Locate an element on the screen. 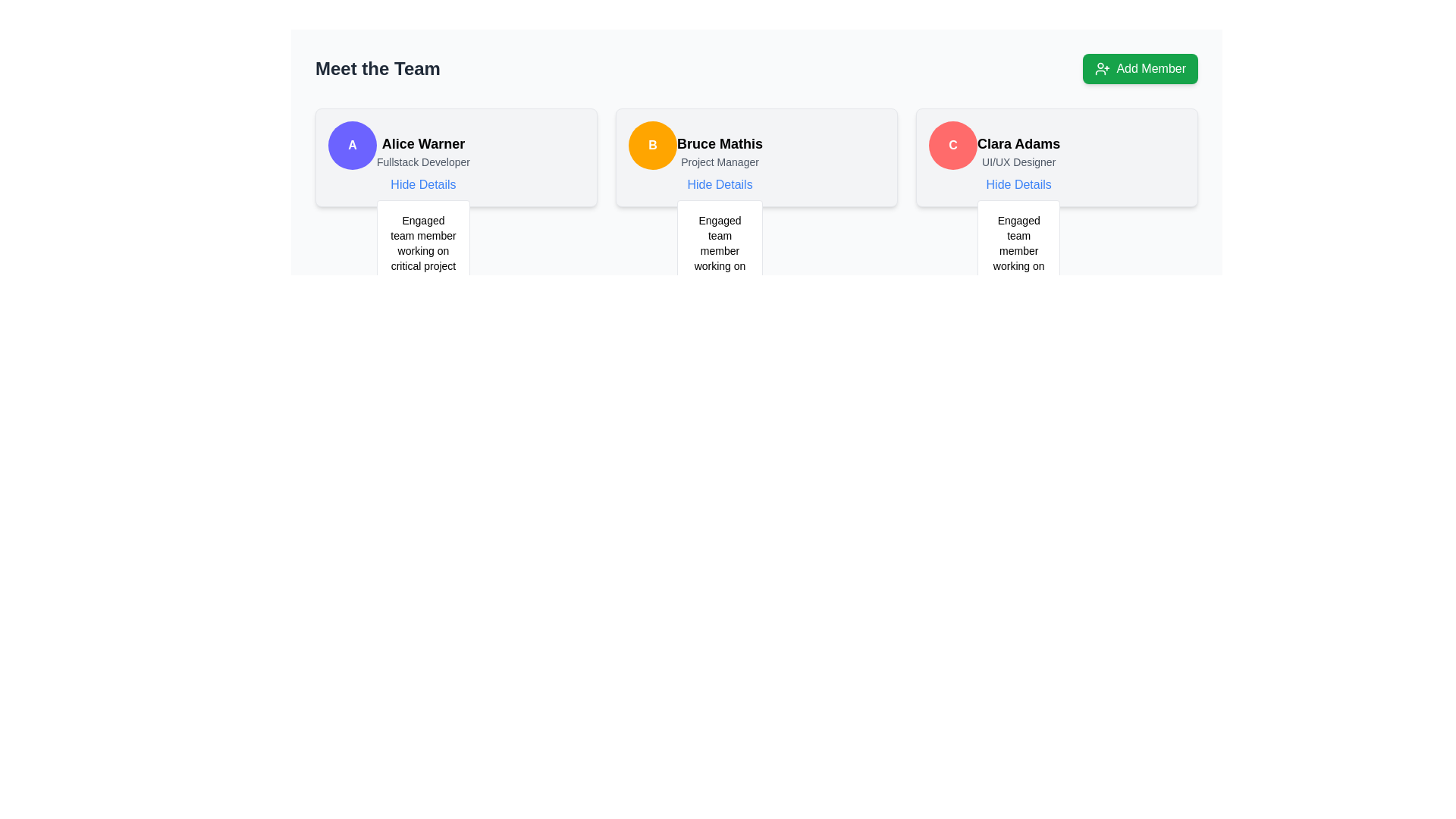 This screenshot has width=1456, height=819. the text heading displaying 'Alice Warner', which is bold and centrally aligned at the top of its card is located at coordinates (423, 143).